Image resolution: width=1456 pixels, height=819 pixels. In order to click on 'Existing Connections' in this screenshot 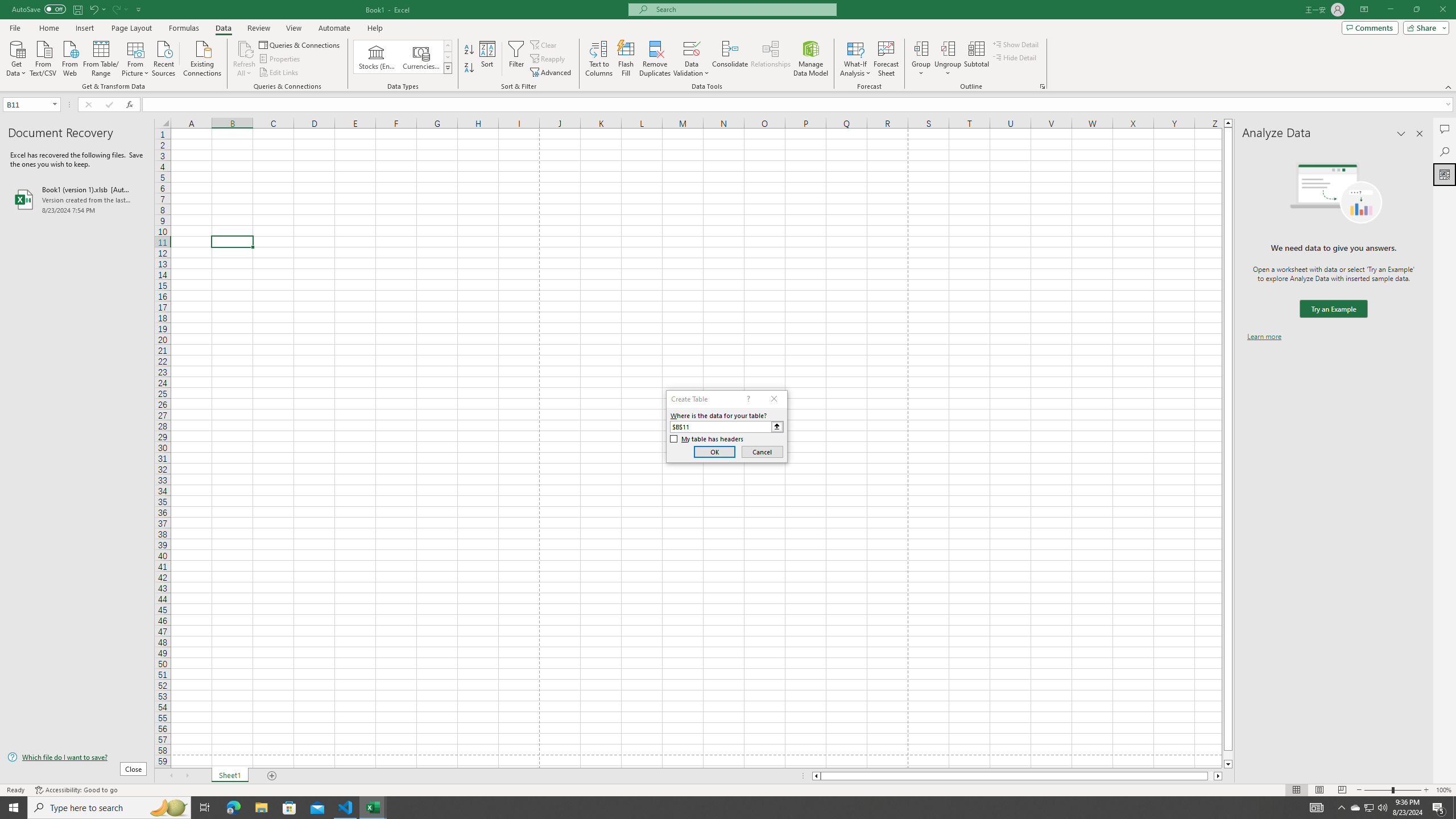, I will do `click(201, 57)`.